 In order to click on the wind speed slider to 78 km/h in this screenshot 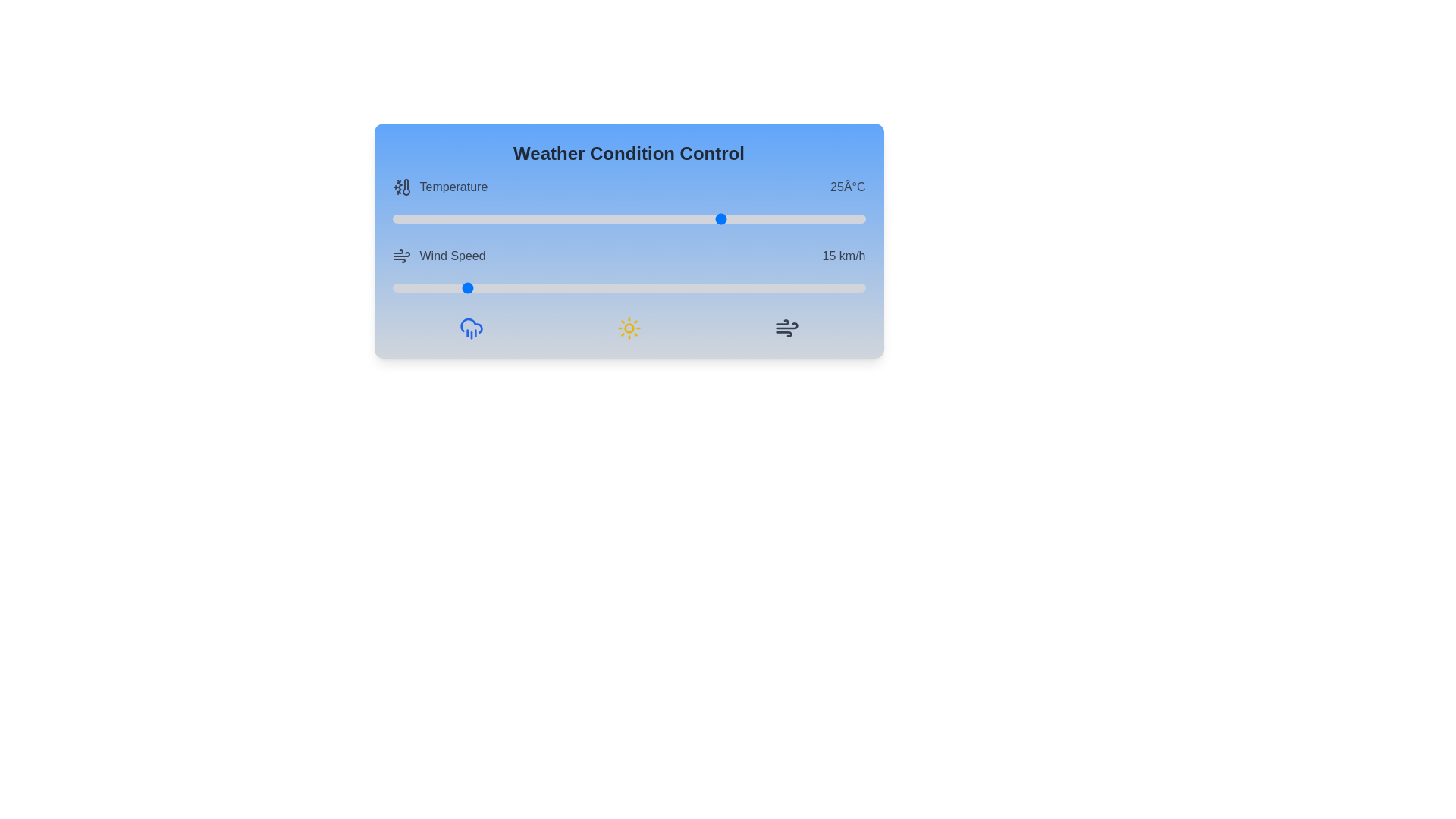, I will do `click(761, 288)`.